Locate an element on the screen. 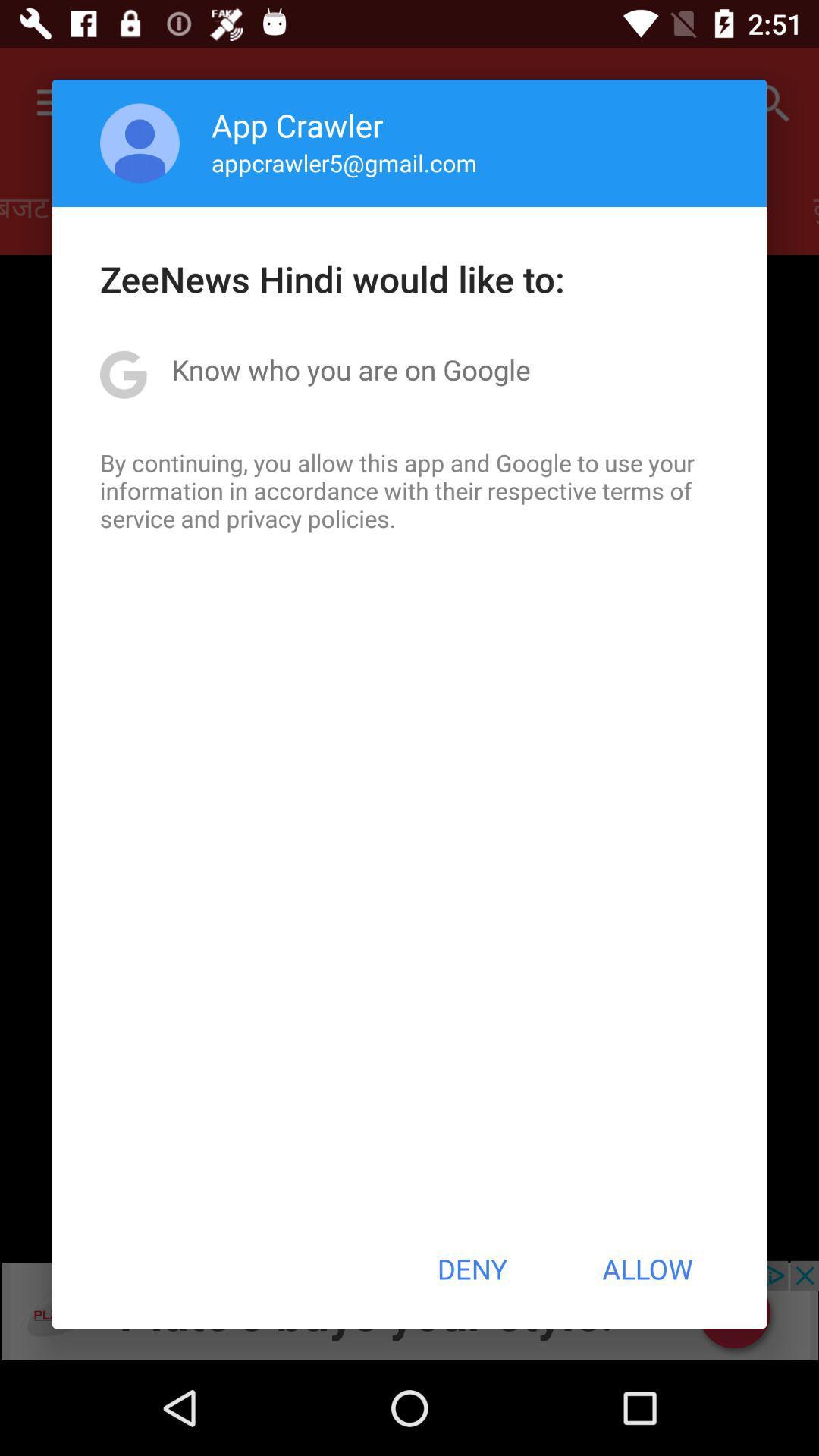 This screenshot has height=1456, width=819. button to the left of allow is located at coordinates (471, 1269).